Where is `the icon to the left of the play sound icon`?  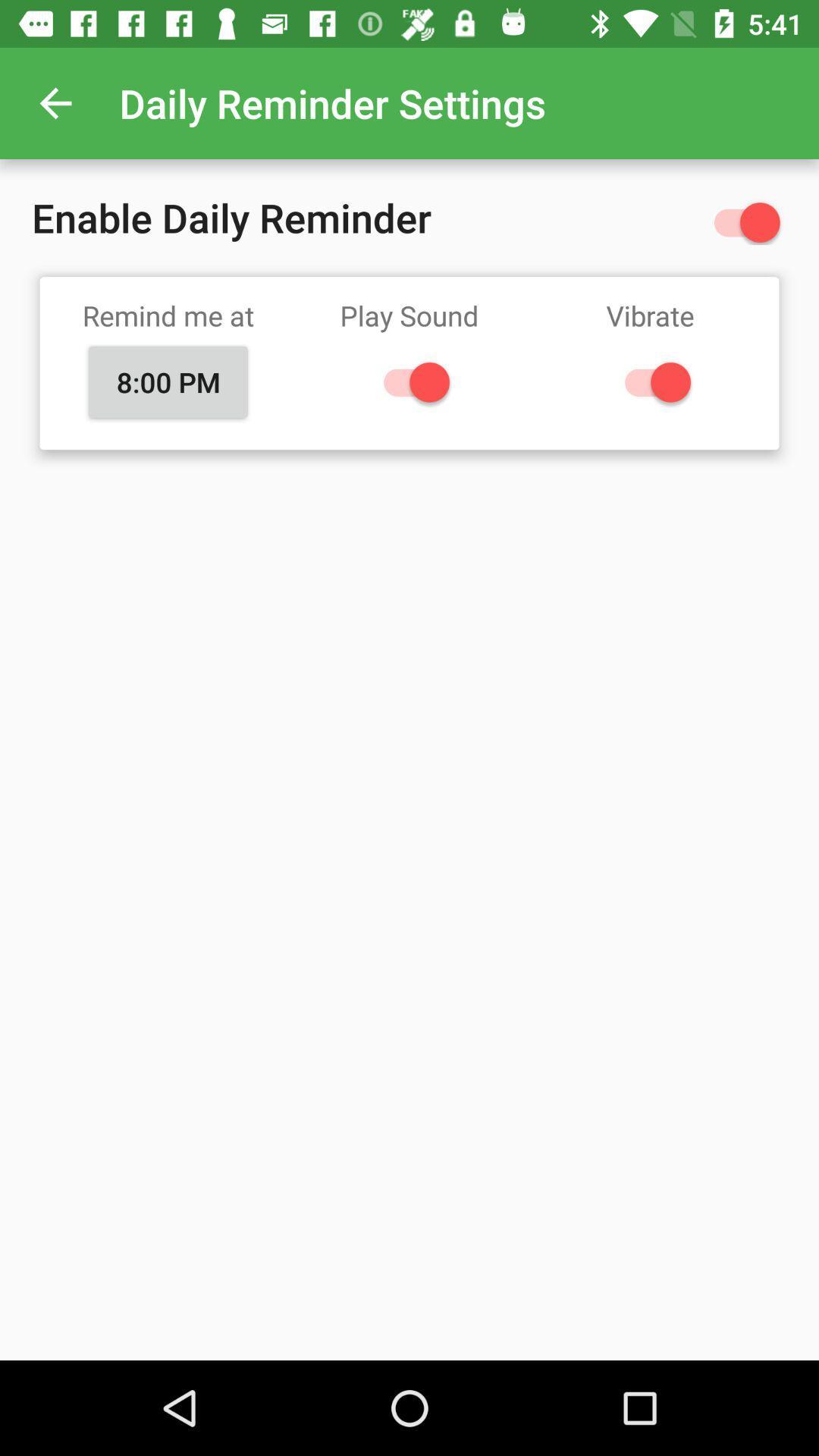 the icon to the left of the play sound icon is located at coordinates (168, 382).